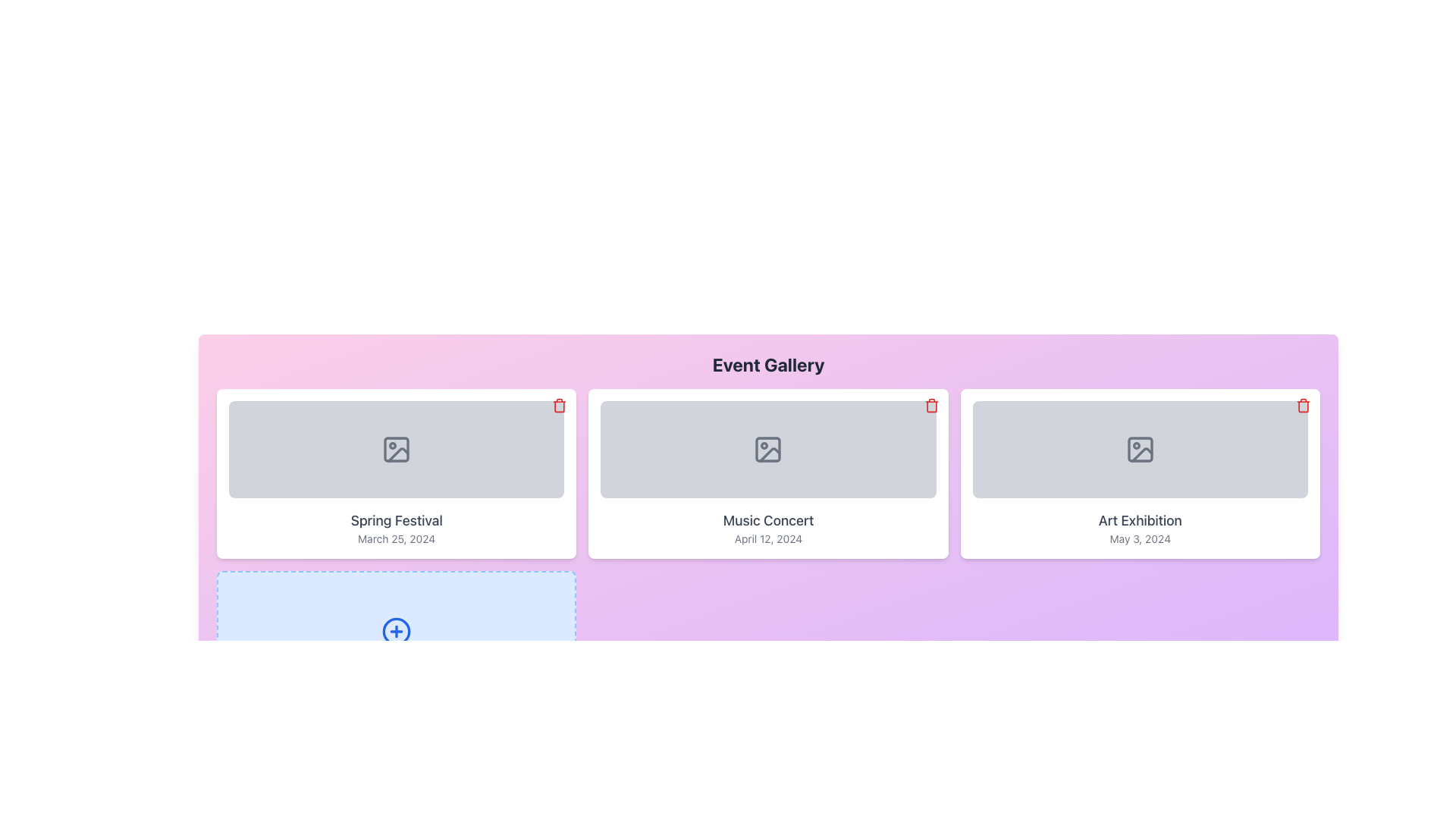 This screenshot has height=819, width=1456. Describe the element at coordinates (559, 405) in the screenshot. I see `the red trash can icon button located at the top-right corner of the first event card under the 'Event Gallery' heading to change its color` at that location.